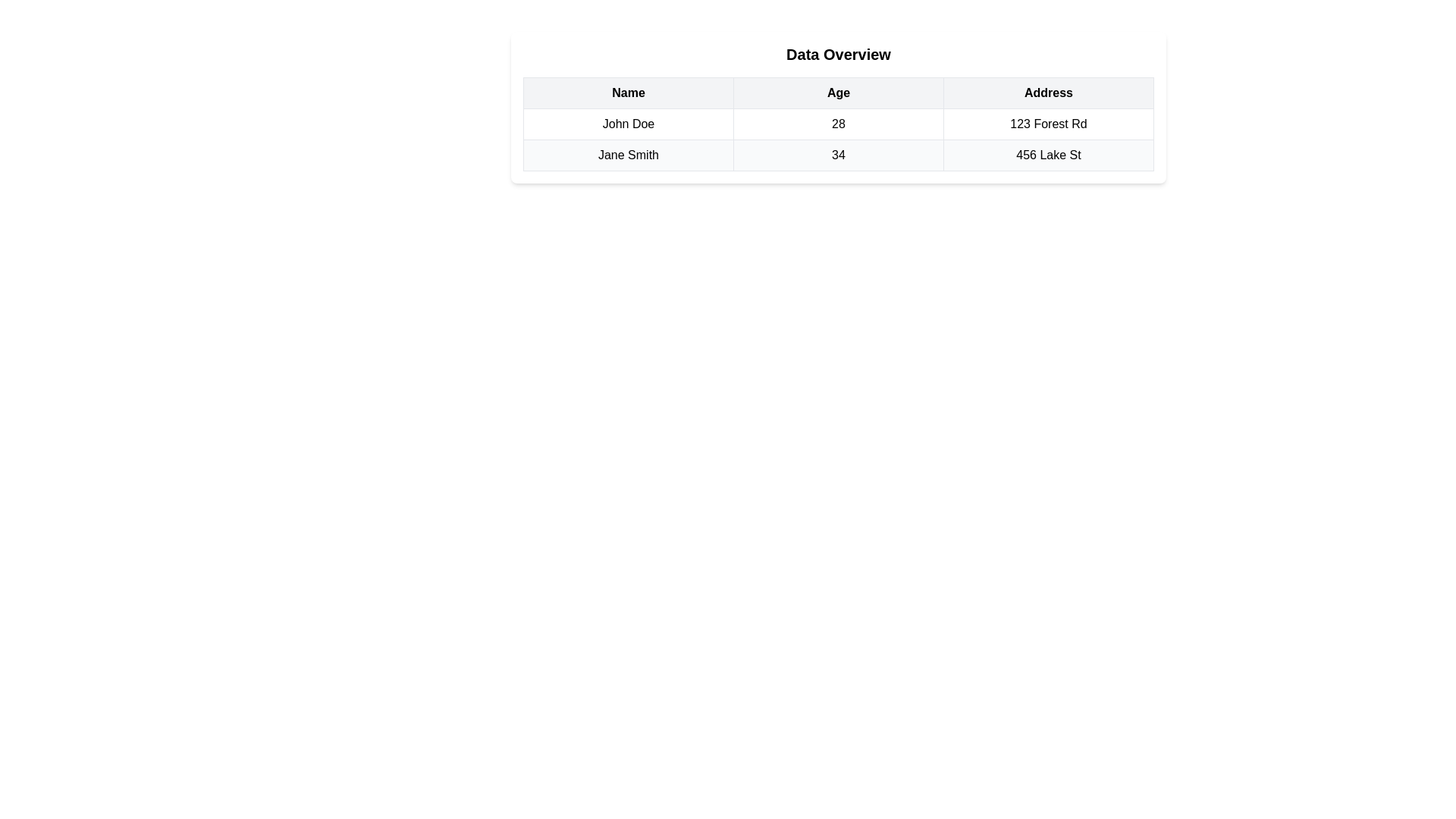 This screenshot has height=819, width=1456. What do you see at coordinates (837, 155) in the screenshot?
I see `text displayed in the 'Age' column for 'Jane Smith', which shows the value '34'` at bounding box center [837, 155].